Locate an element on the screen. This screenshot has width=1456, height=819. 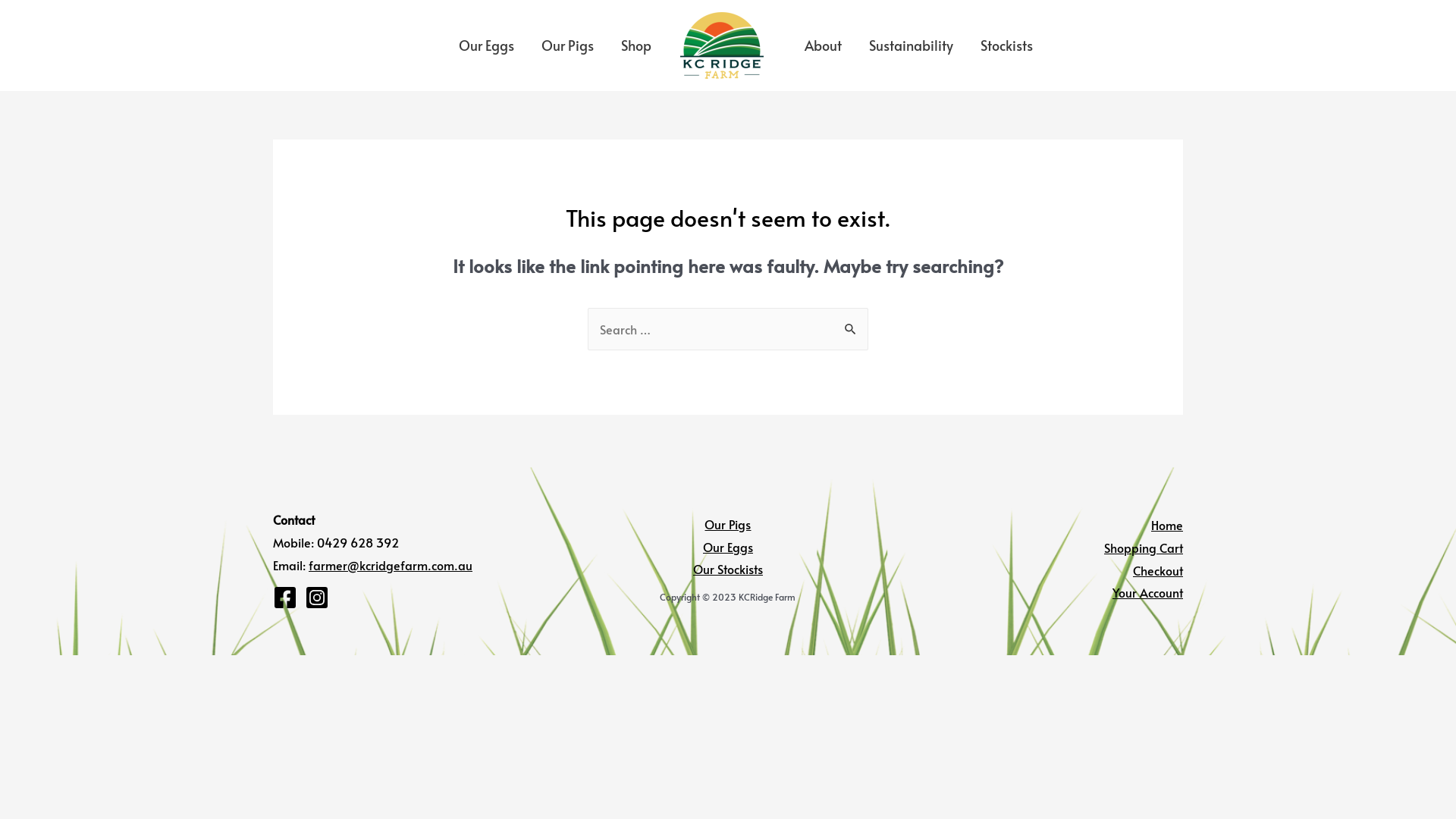
'Home' is located at coordinates (1150, 523).